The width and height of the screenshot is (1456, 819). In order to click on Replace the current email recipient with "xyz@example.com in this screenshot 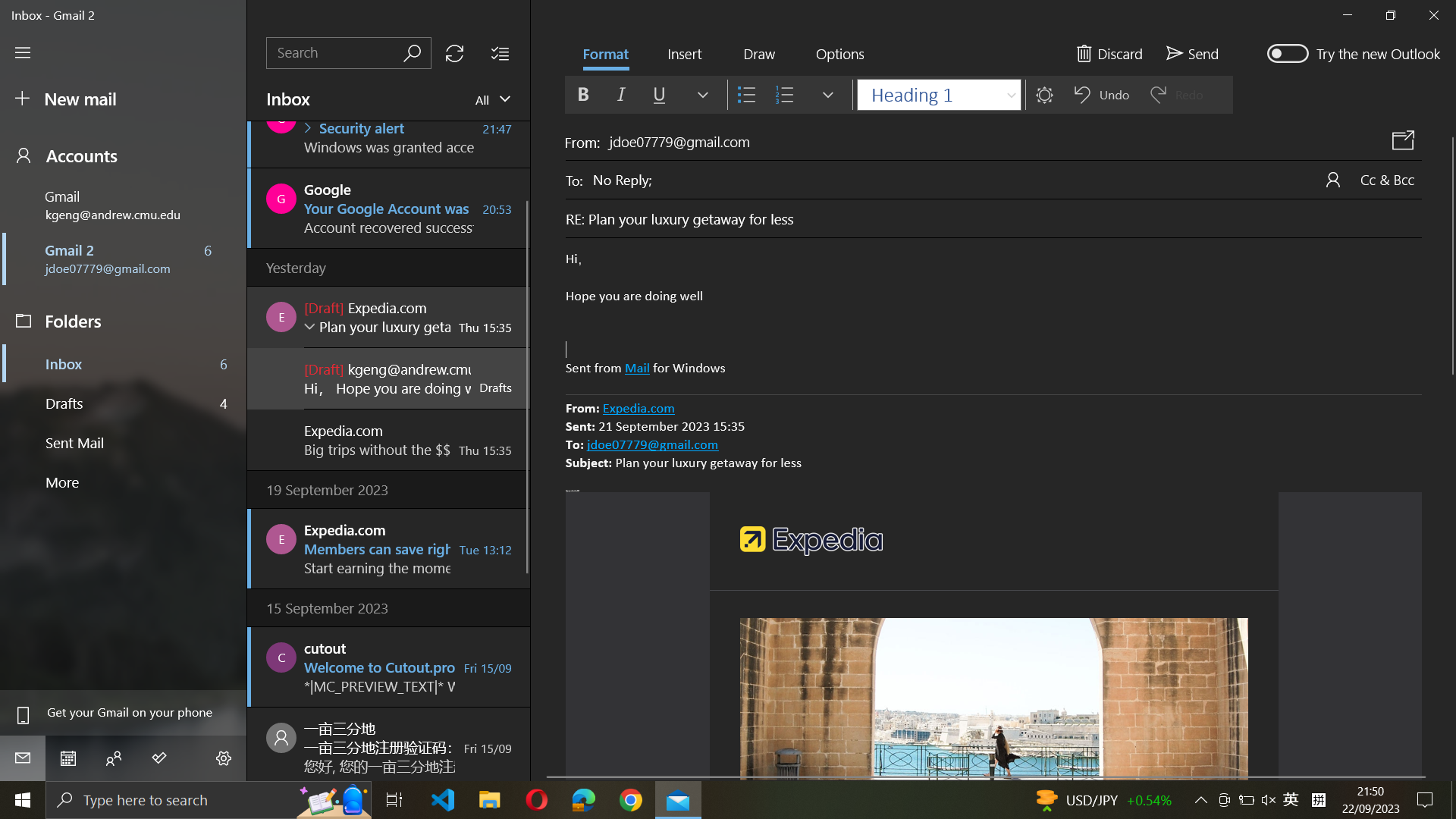, I will do `click(1007, 177)`.